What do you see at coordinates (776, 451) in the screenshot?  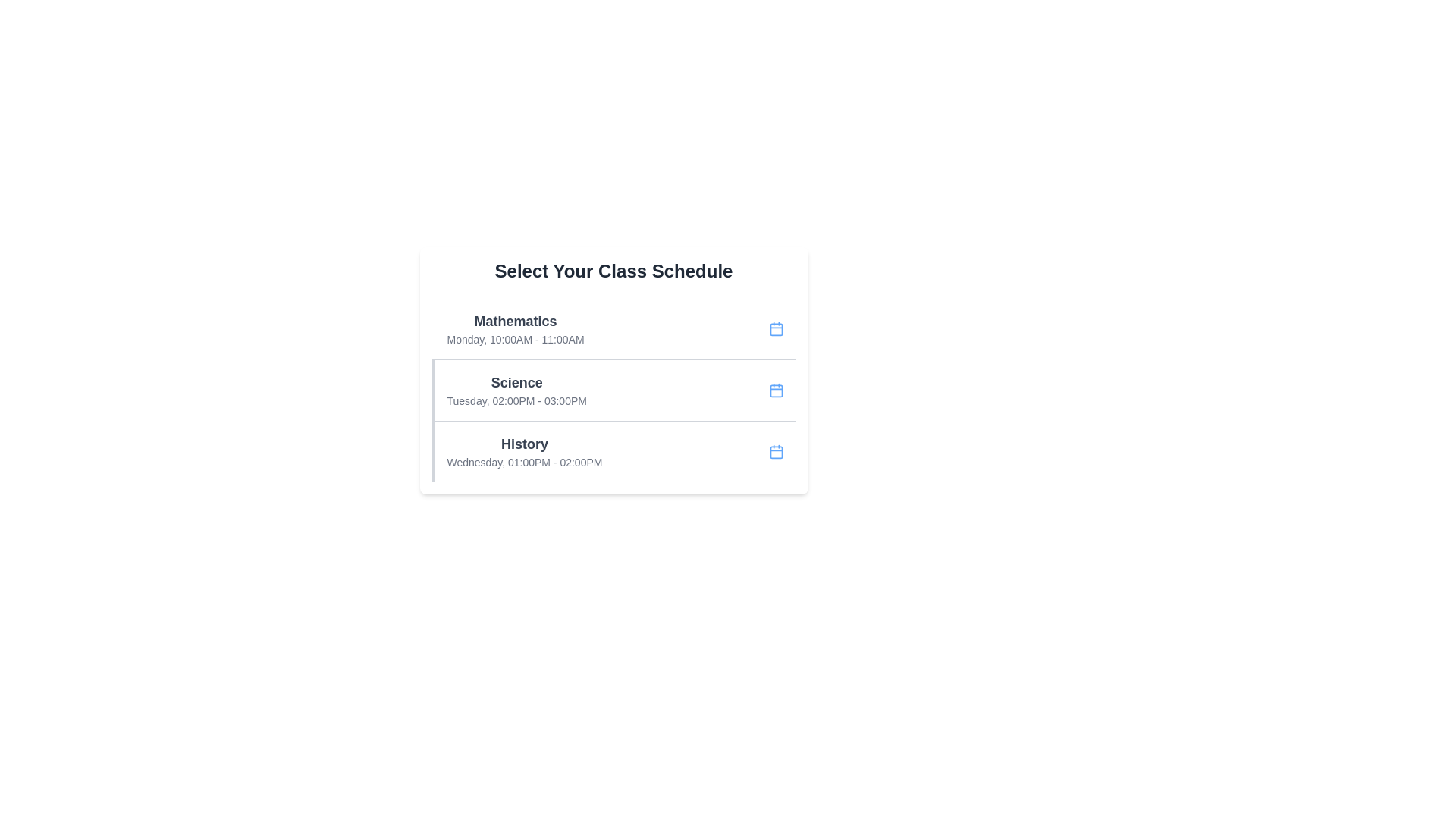 I see `the small blue calendar icon at the far-right end of the 'History' schedule row, adjacent to 'Wednesday, 01:00PM - 02:00PM'` at bounding box center [776, 451].